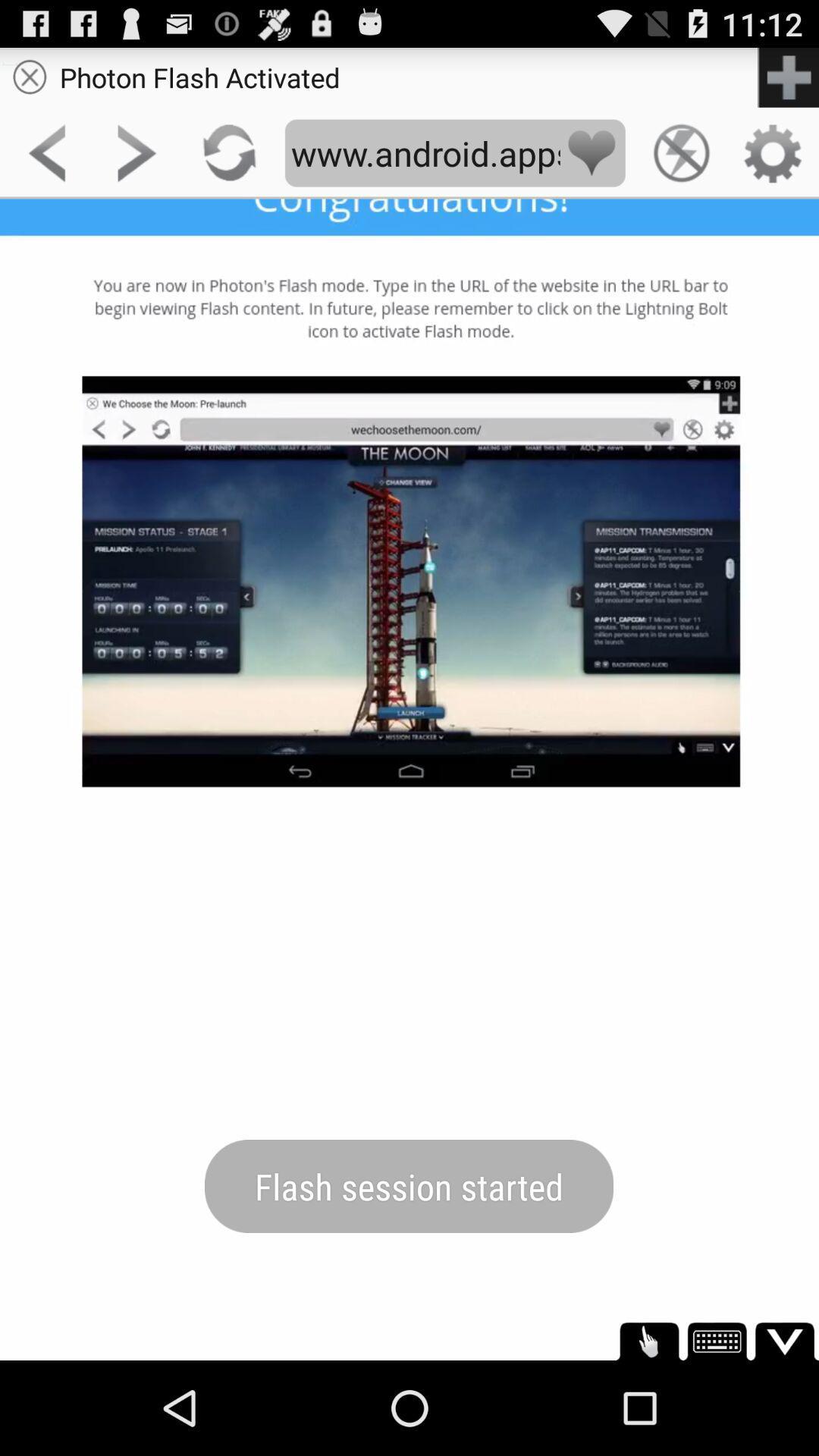 The height and width of the screenshot is (1456, 819). I want to click on the add icon, so click(788, 82).